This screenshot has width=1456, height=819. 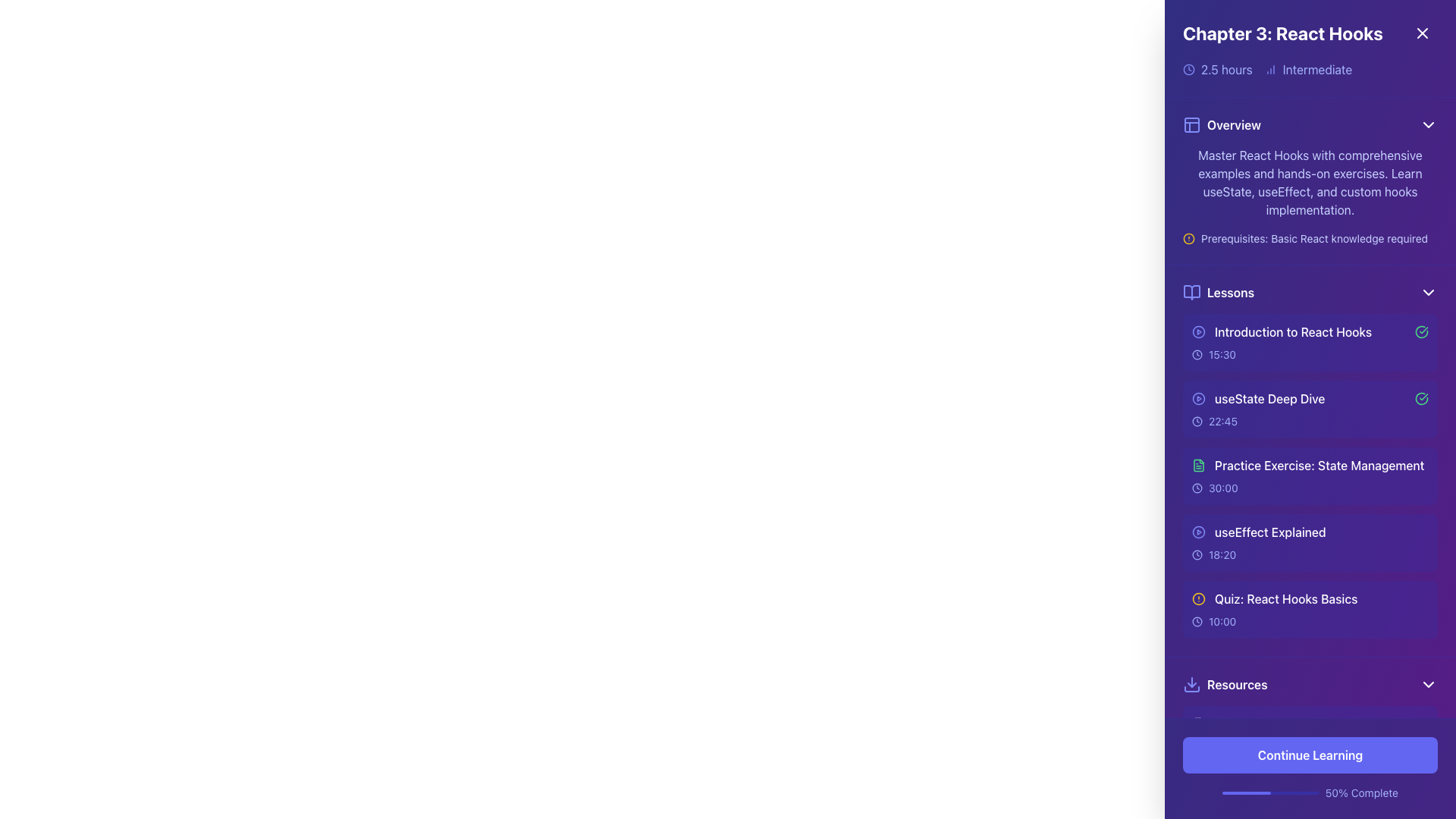 I want to click on the minimalistic clock icon located in the right-hand sidebar next to the text '10:00' under the 'Quiz: React Hooks Basics' entry, so click(x=1197, y=622).